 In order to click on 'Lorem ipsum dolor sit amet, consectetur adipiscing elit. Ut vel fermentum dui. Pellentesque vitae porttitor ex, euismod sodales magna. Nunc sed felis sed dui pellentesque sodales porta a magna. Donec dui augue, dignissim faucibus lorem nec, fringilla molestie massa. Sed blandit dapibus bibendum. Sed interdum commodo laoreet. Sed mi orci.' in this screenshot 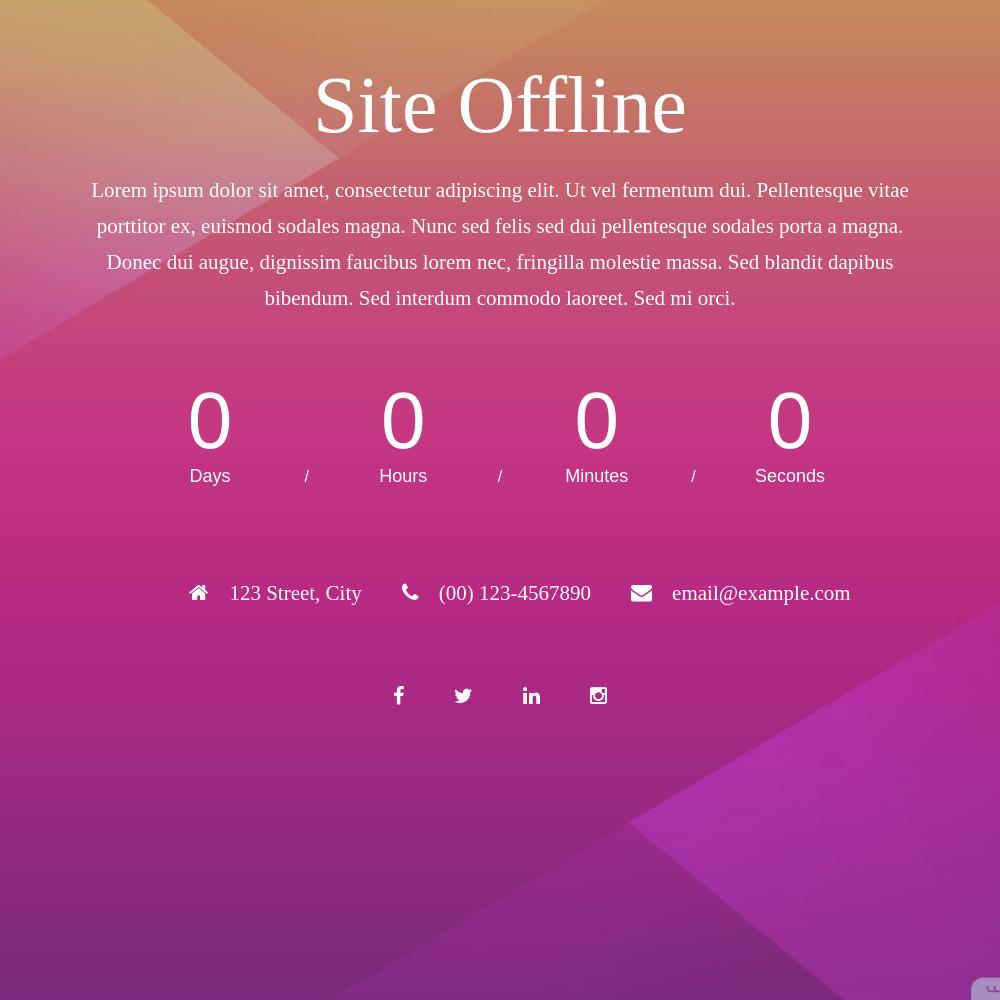, I will do `click(498, 243)`.